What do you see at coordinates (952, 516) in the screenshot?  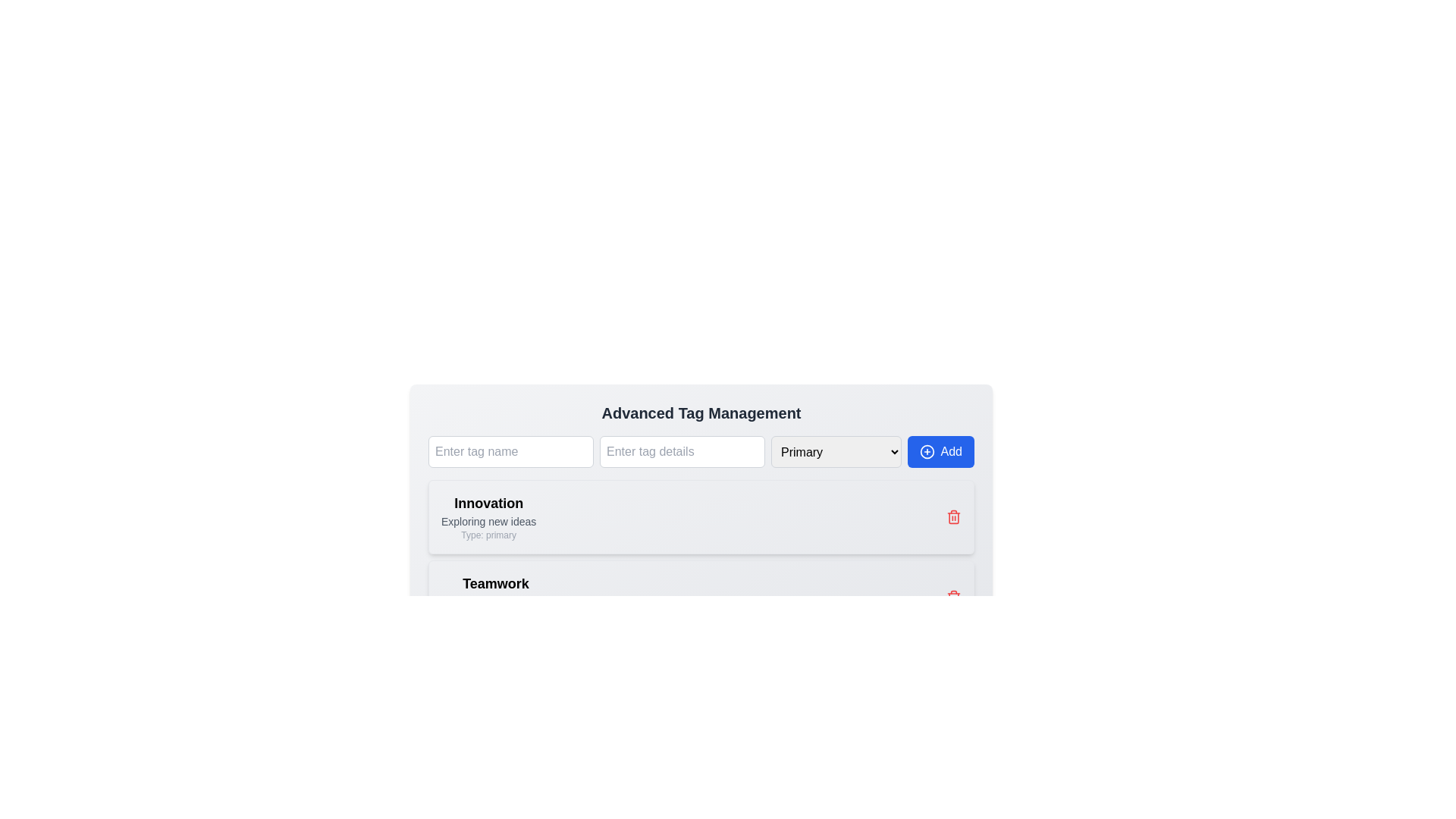 I see `the delete button located on the far right of the 'Innovation' entry` at bounding box center [952, 516].